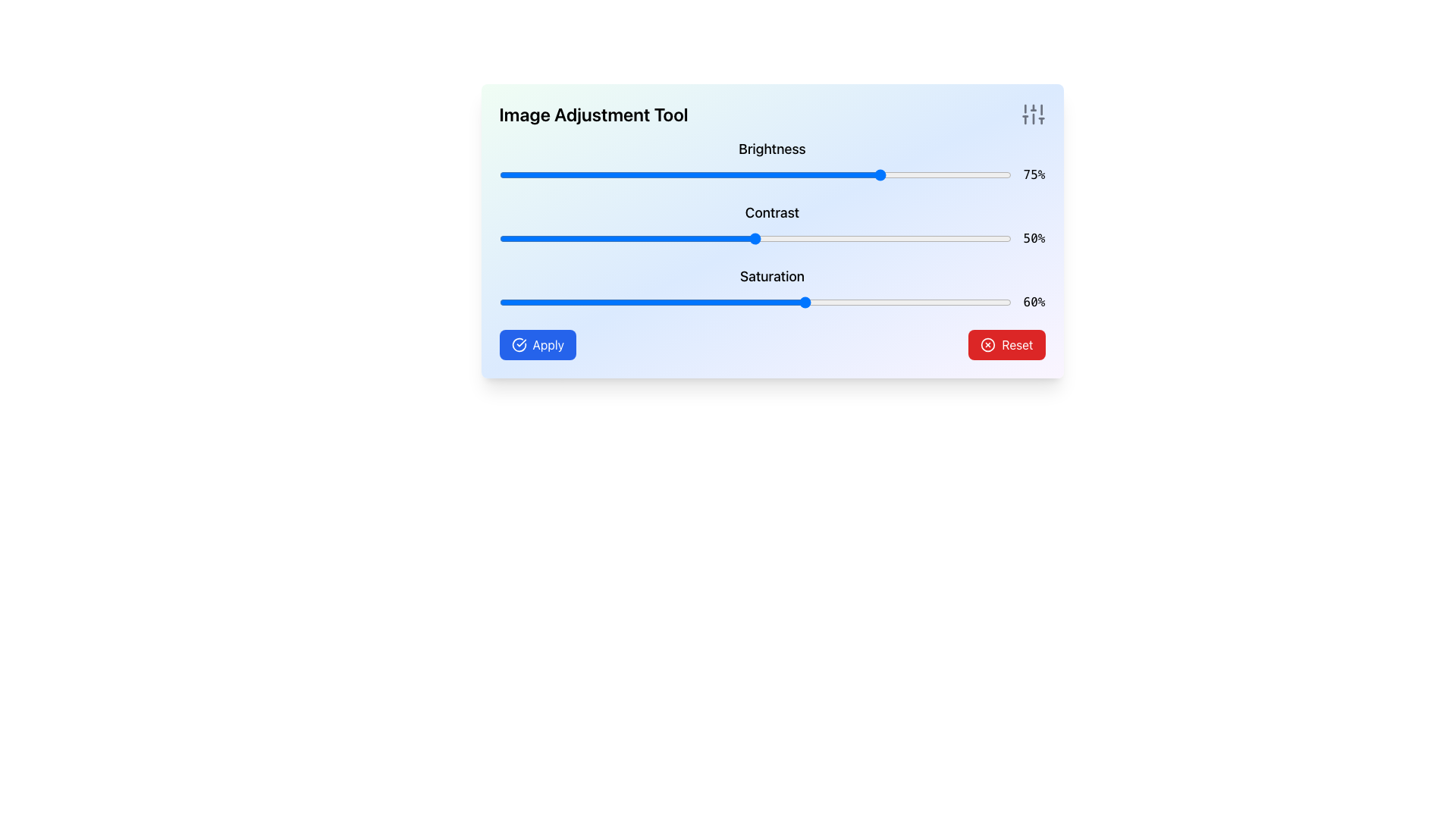 Image resolution: width=1456 pixels, height=819 pixels. Describe the element at coordinates (811, 302) in the screenshot. I see `the saturation` at that location.